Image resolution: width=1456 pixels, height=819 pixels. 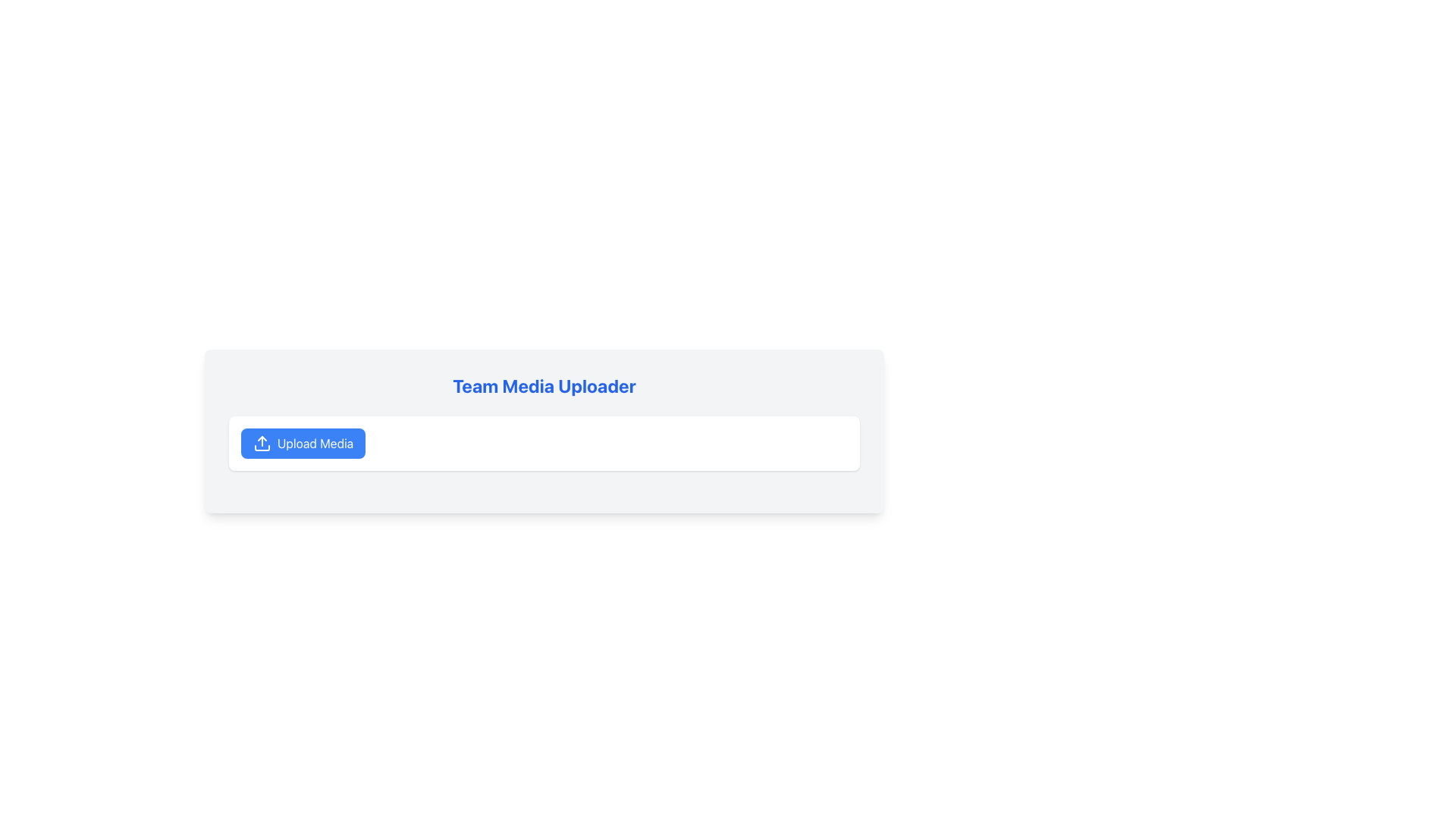 I want to click on the upload icon, which is a compact blue button with a white upward-pointing arrow, located to the left of the 'Upload Media' button in the 'Team Media Uploader' section, to initiate an upload, so click(x=262, y=444).